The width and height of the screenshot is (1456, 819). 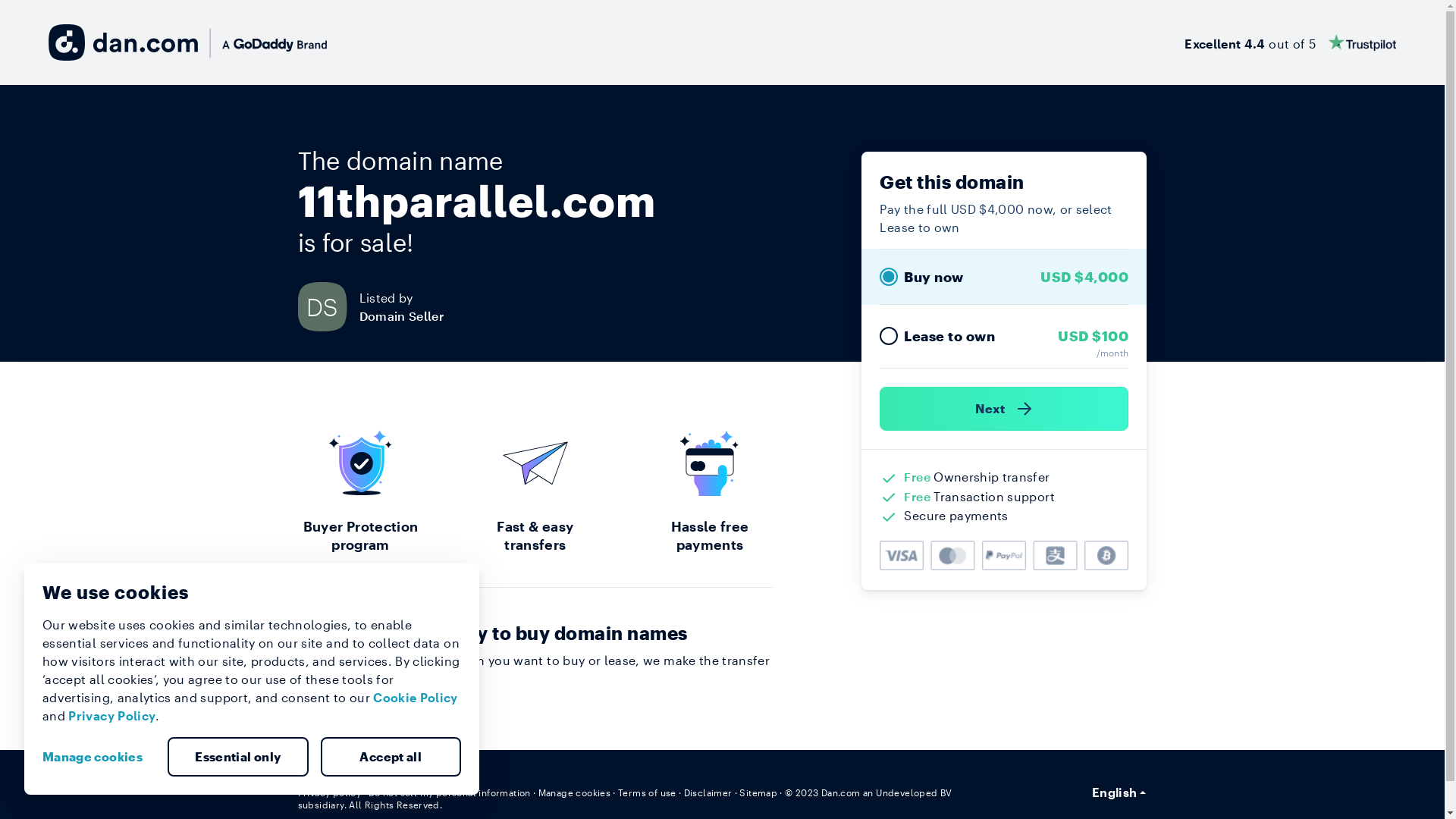 I want to click on 'Accept all', so click(x=390, y=757).